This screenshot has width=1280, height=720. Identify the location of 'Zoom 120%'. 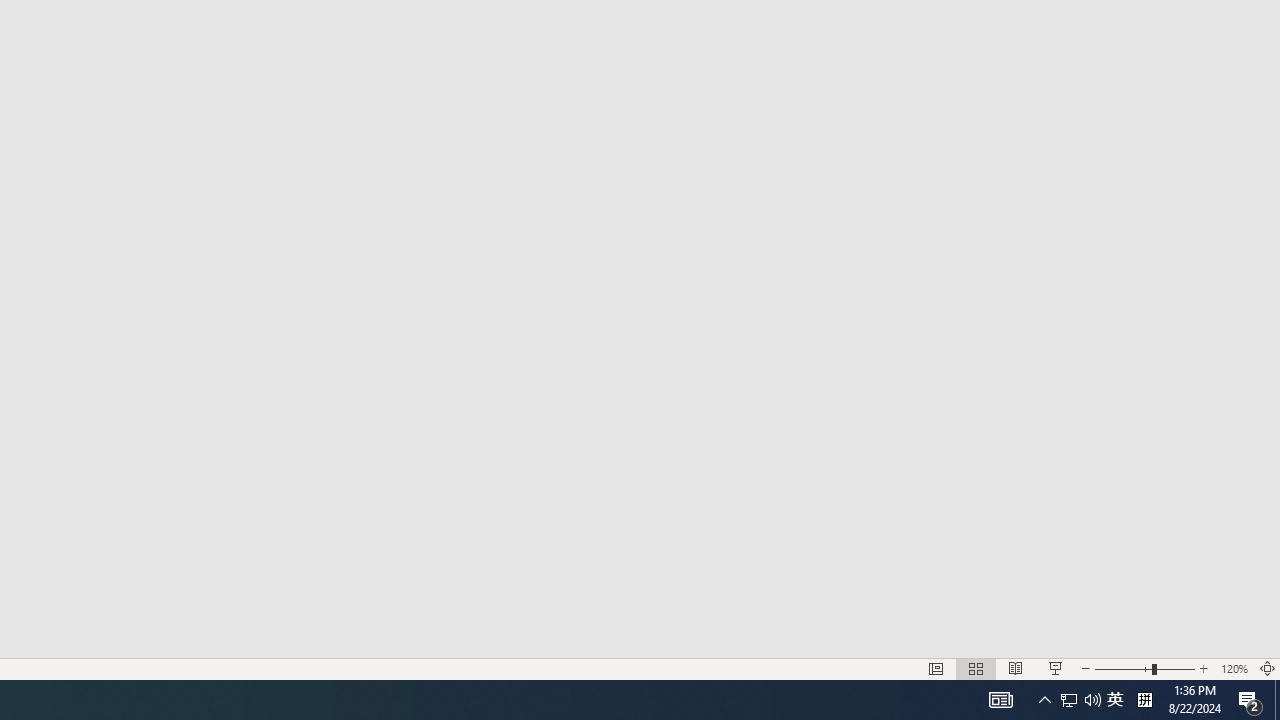
(1233, 669).